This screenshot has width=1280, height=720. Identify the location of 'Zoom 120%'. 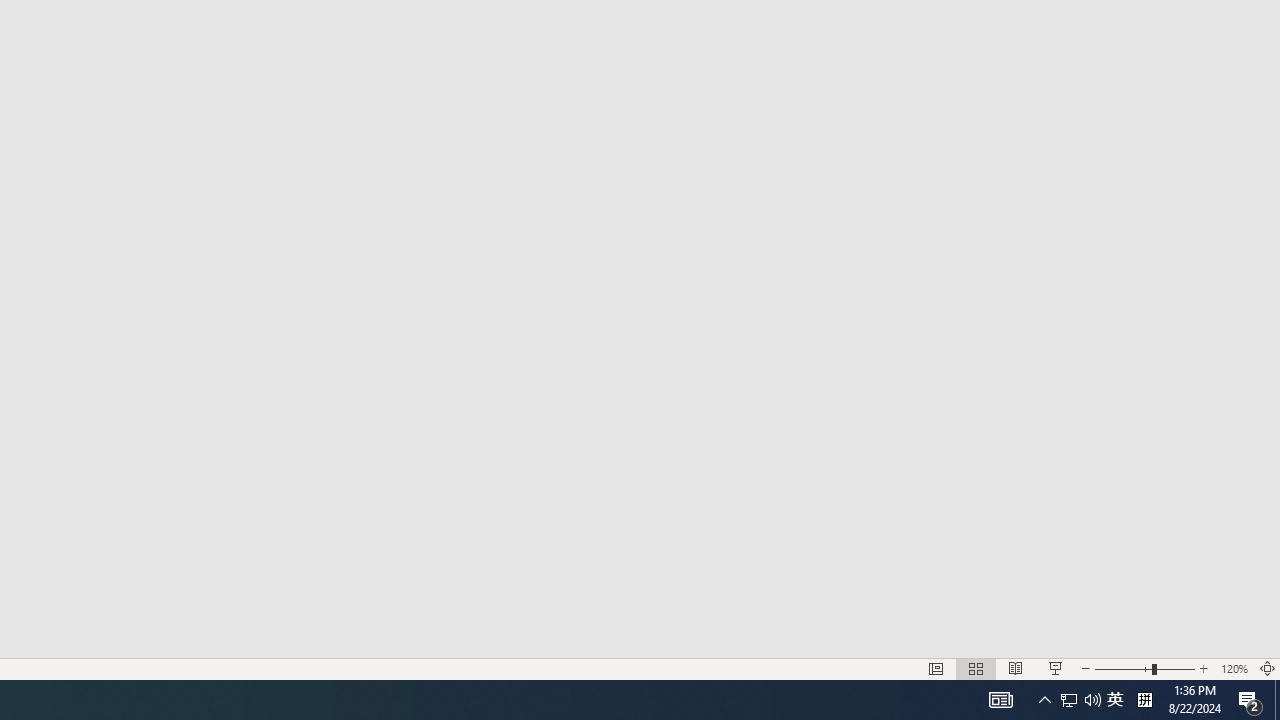
(1233, 669).